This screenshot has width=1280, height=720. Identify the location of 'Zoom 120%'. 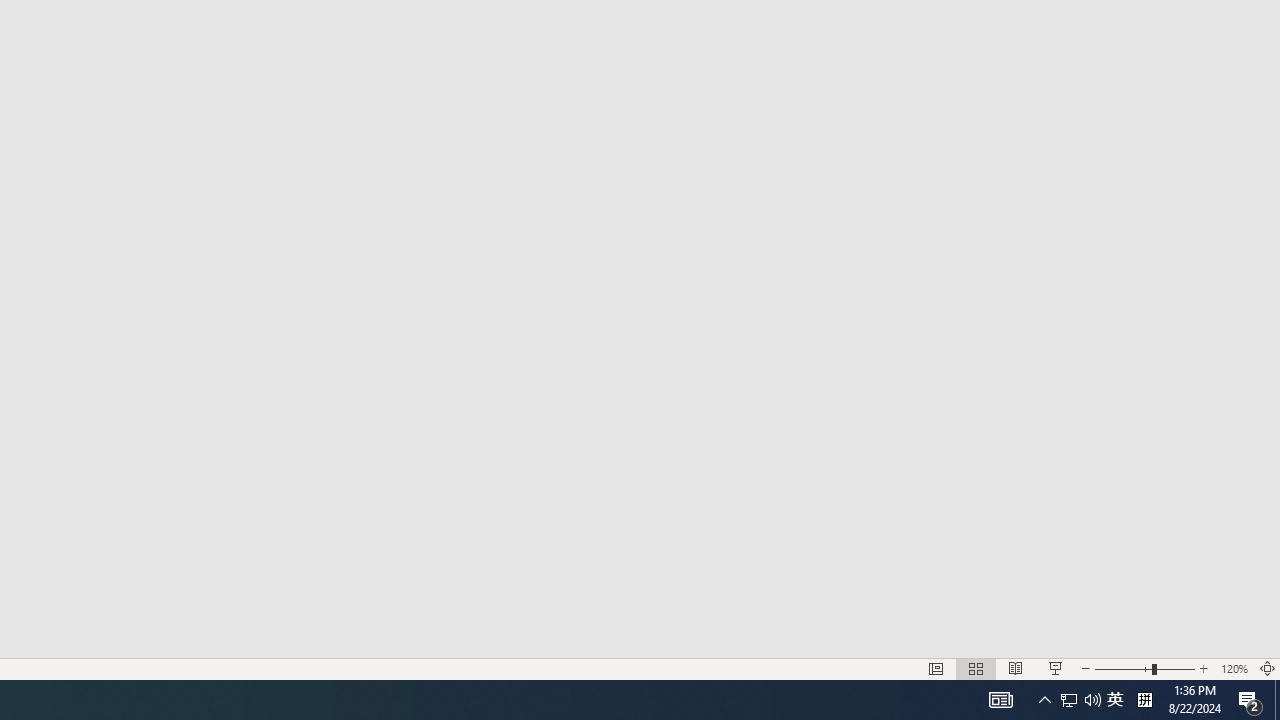
(1233, 669).